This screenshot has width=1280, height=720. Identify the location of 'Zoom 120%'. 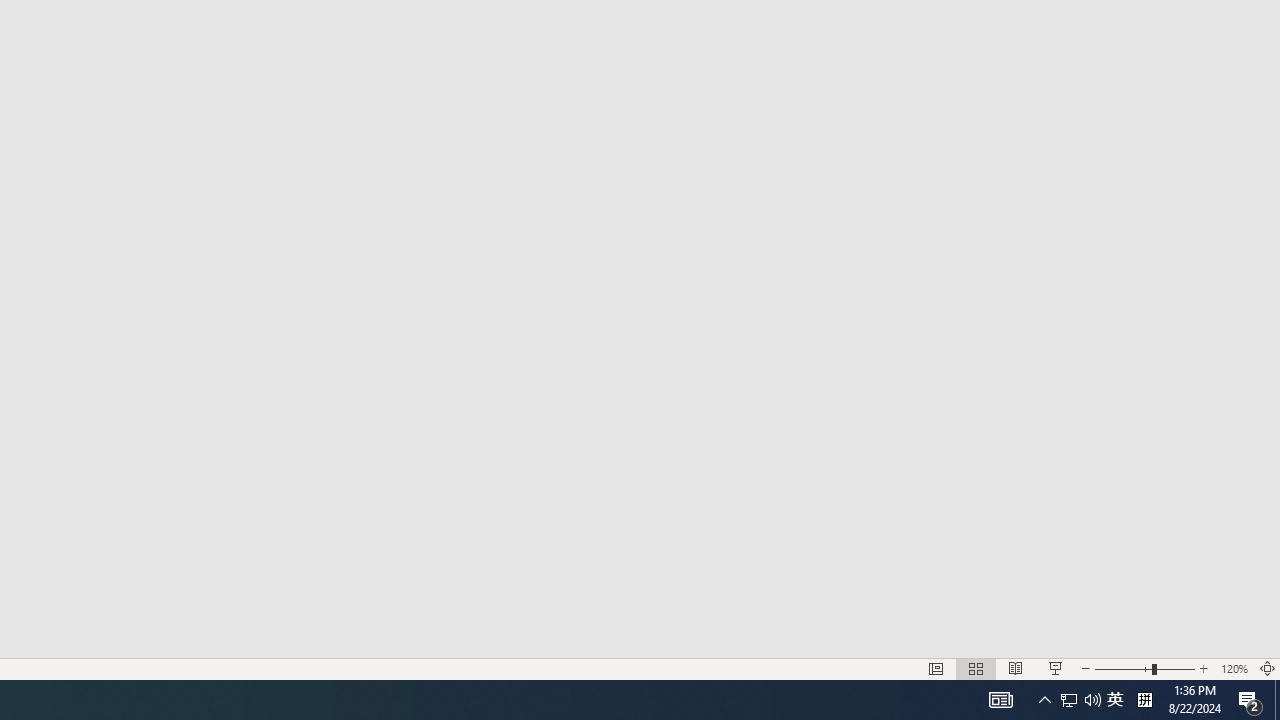
(1233, 669).